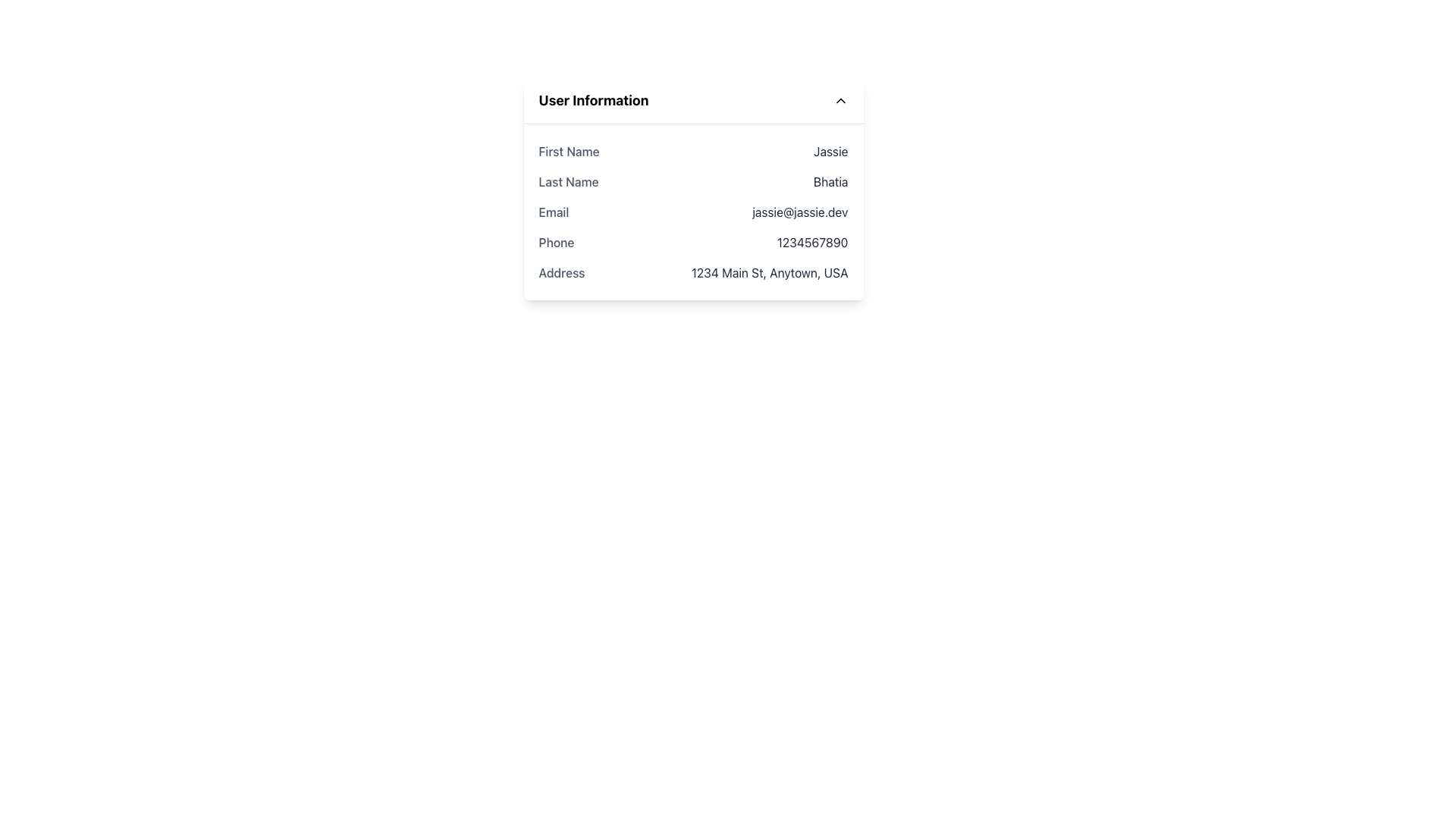 The width and height of the screenshot is (1456, 819). I want to click on the text label displaying 'Bhatia', which is located to the right of the 'Last Name' label in the 'User Information' panel, so click(830, 180).